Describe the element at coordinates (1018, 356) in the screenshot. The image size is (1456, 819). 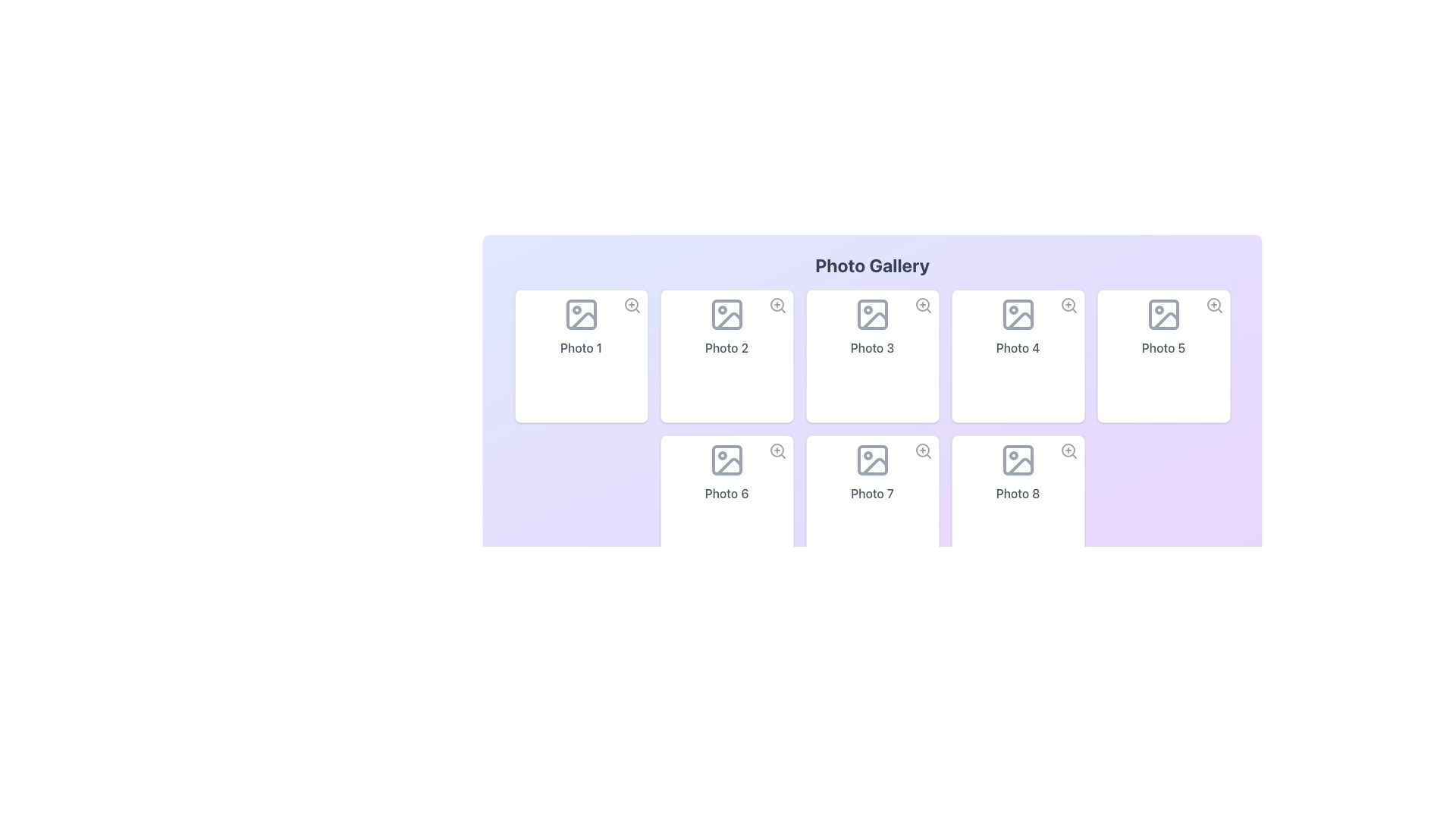
I see `the 'Photo 4' Image Card, which is the fourth card in the first row of the gallery layout` at that location.